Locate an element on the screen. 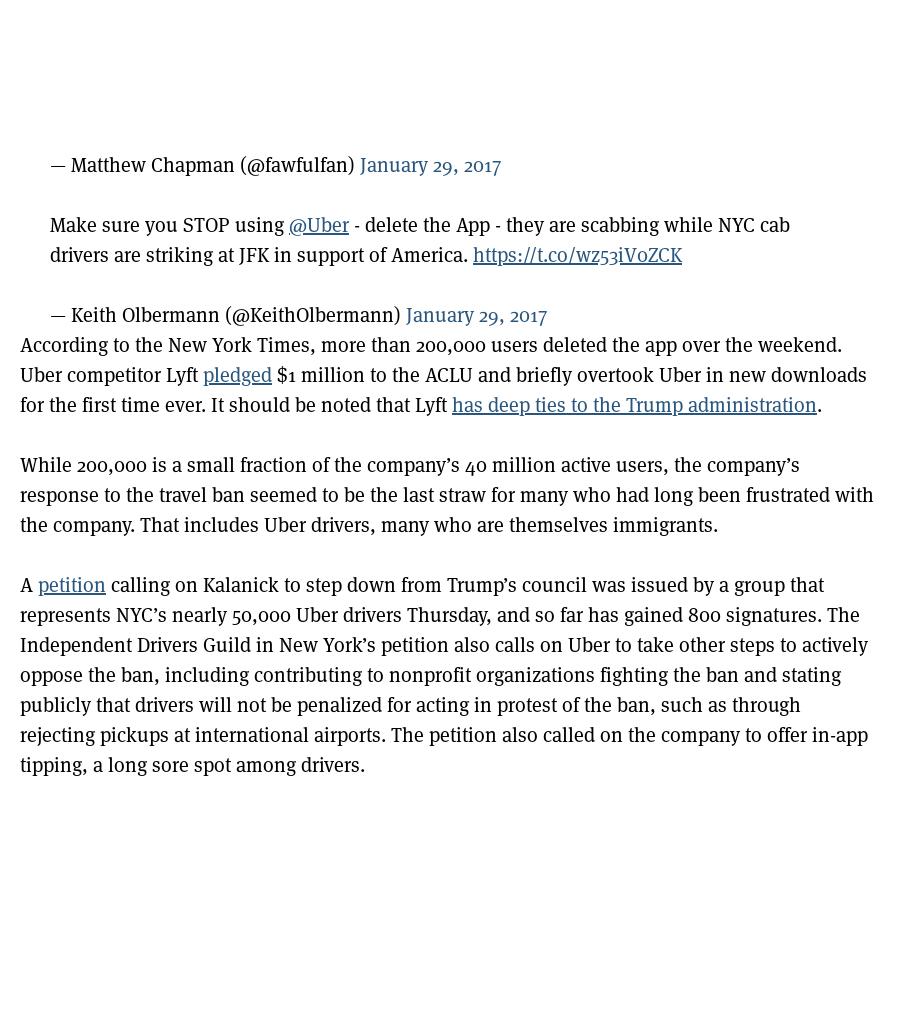  'According to the New York Times, more than 200,000 users deleted the app over the weekend. Uber competitor Lyft' is located at coordinates (431, 359).